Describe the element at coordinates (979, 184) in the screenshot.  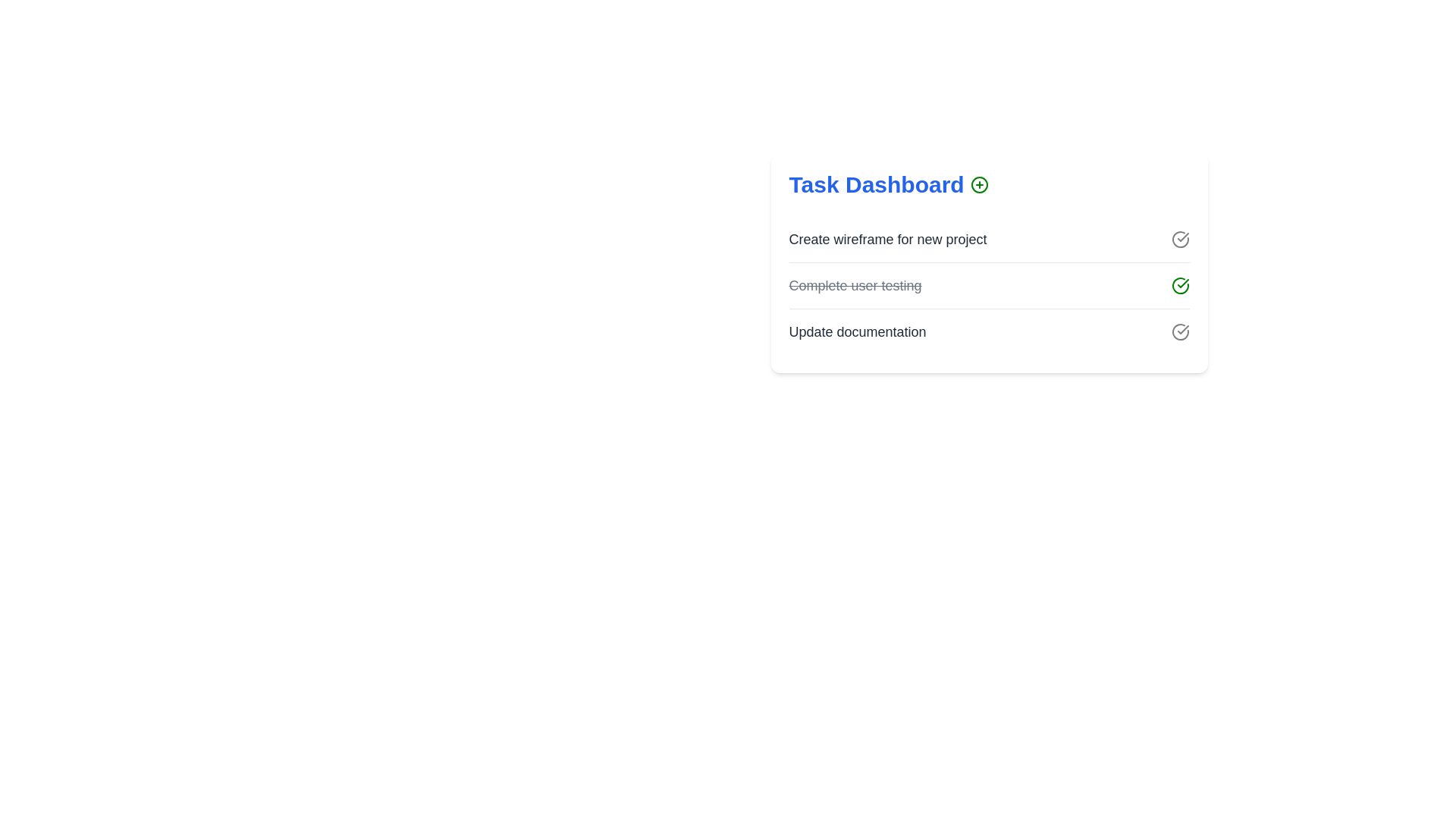
I see `plus icon next to the header to add a new task` at that location.